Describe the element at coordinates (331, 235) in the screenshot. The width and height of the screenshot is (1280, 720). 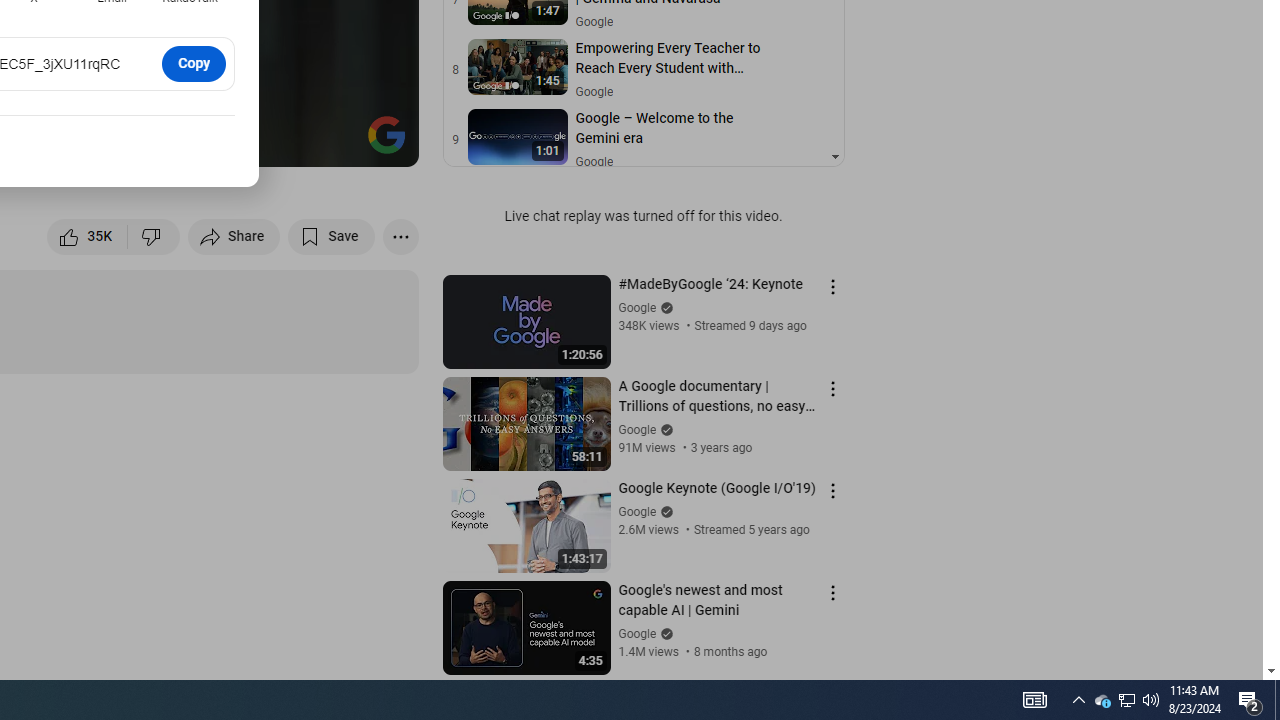
I see `'Save to playlist'` at that location.